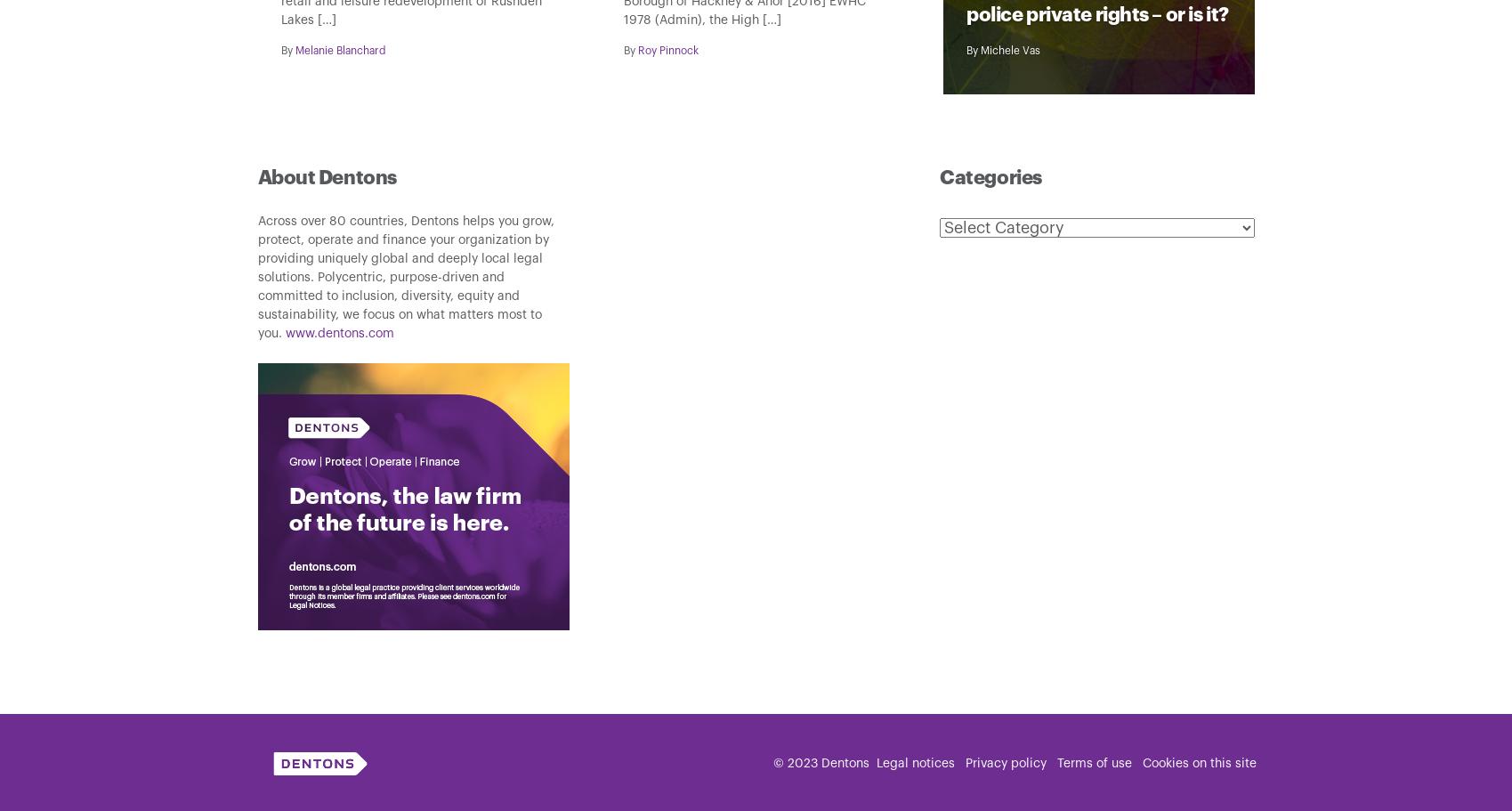 The height and width of the screenshot is (811, 1512). I want to click on 'Categories', so click(990, 176).